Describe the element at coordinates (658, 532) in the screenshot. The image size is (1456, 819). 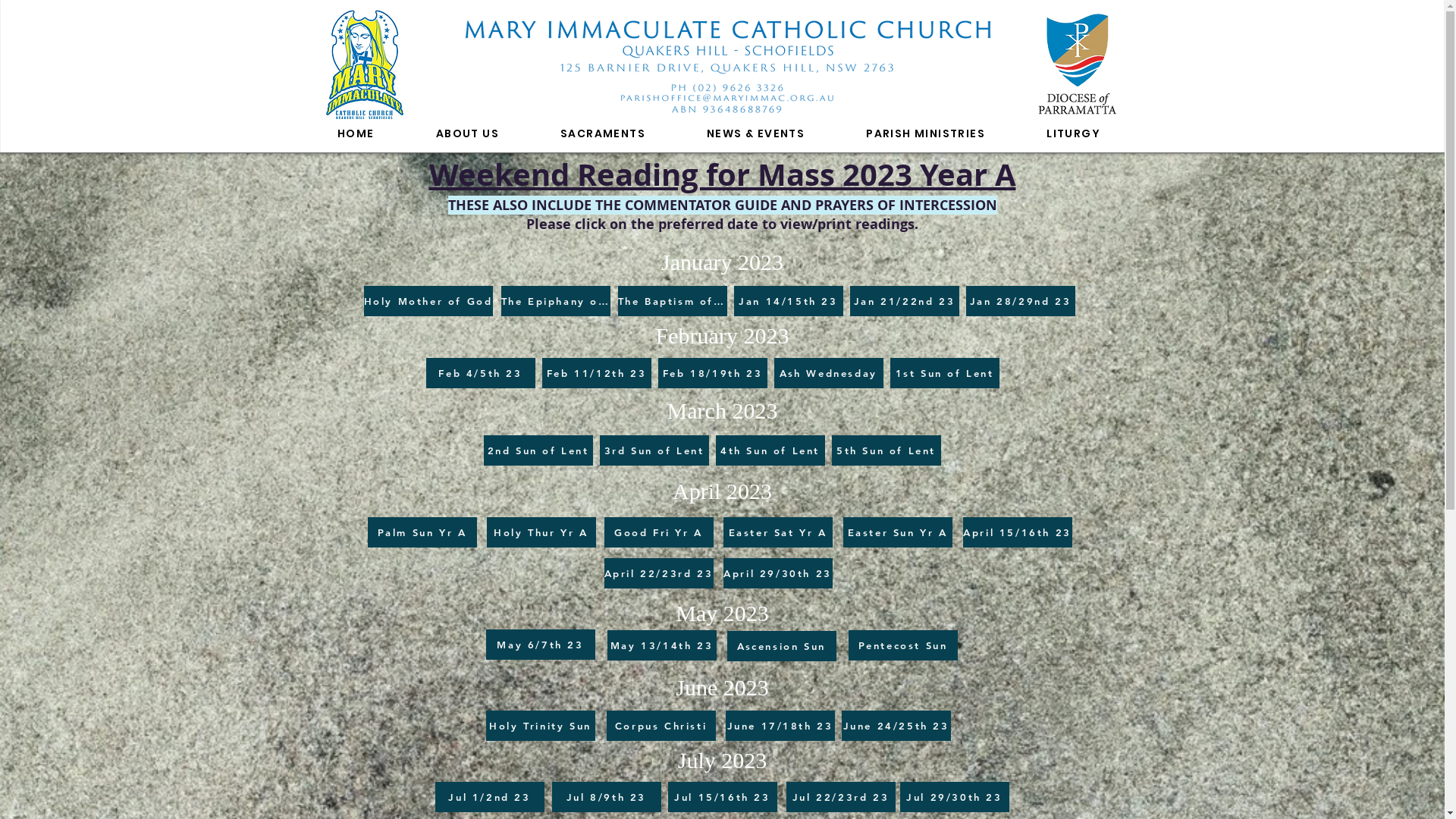
I see `'Good Fri Yr A'` at that location.